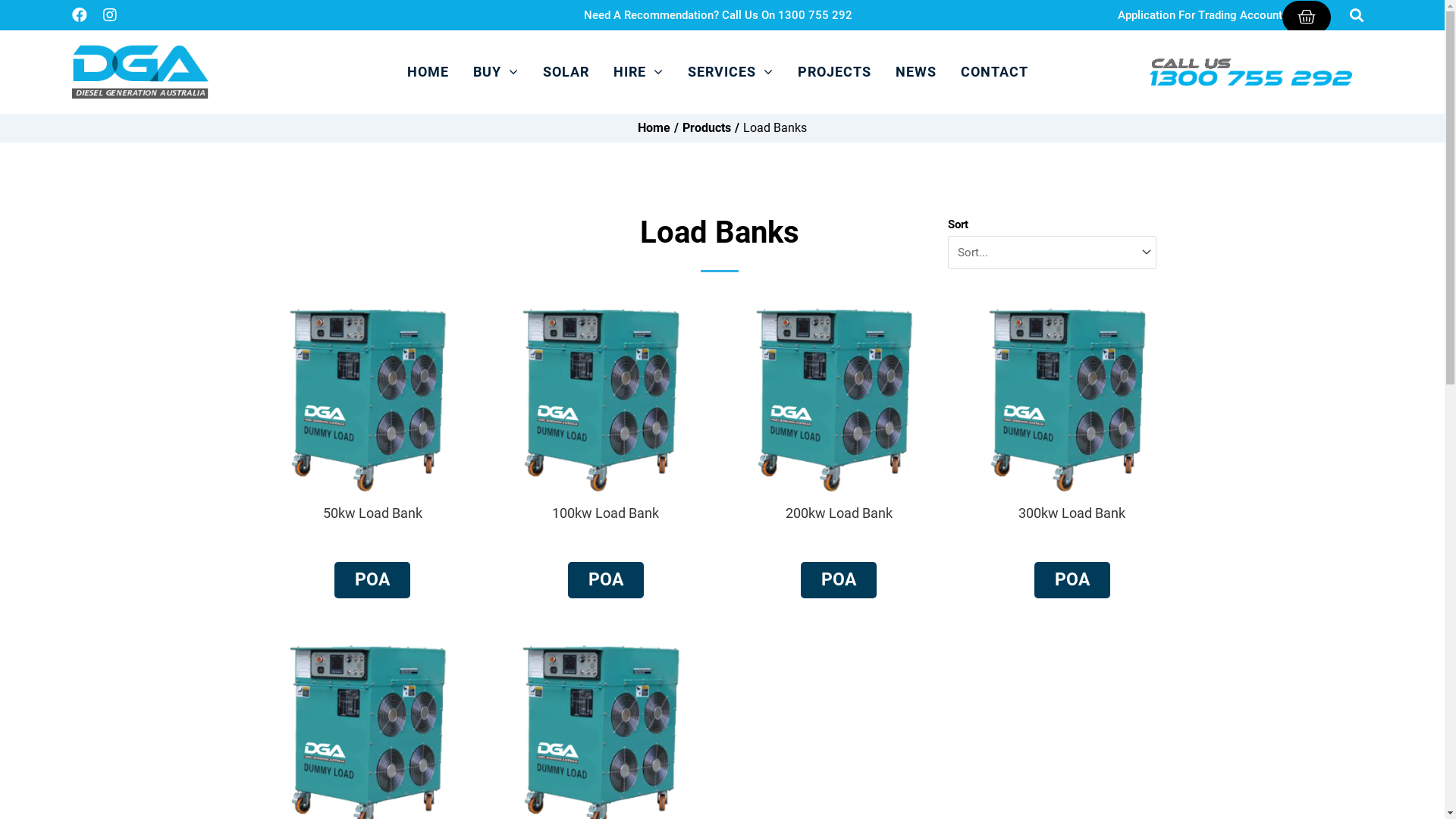 The image size is (1456, 819). Describe the element at coordinates (465, 72) in the screenshot. I see `'BUY'` at that location.